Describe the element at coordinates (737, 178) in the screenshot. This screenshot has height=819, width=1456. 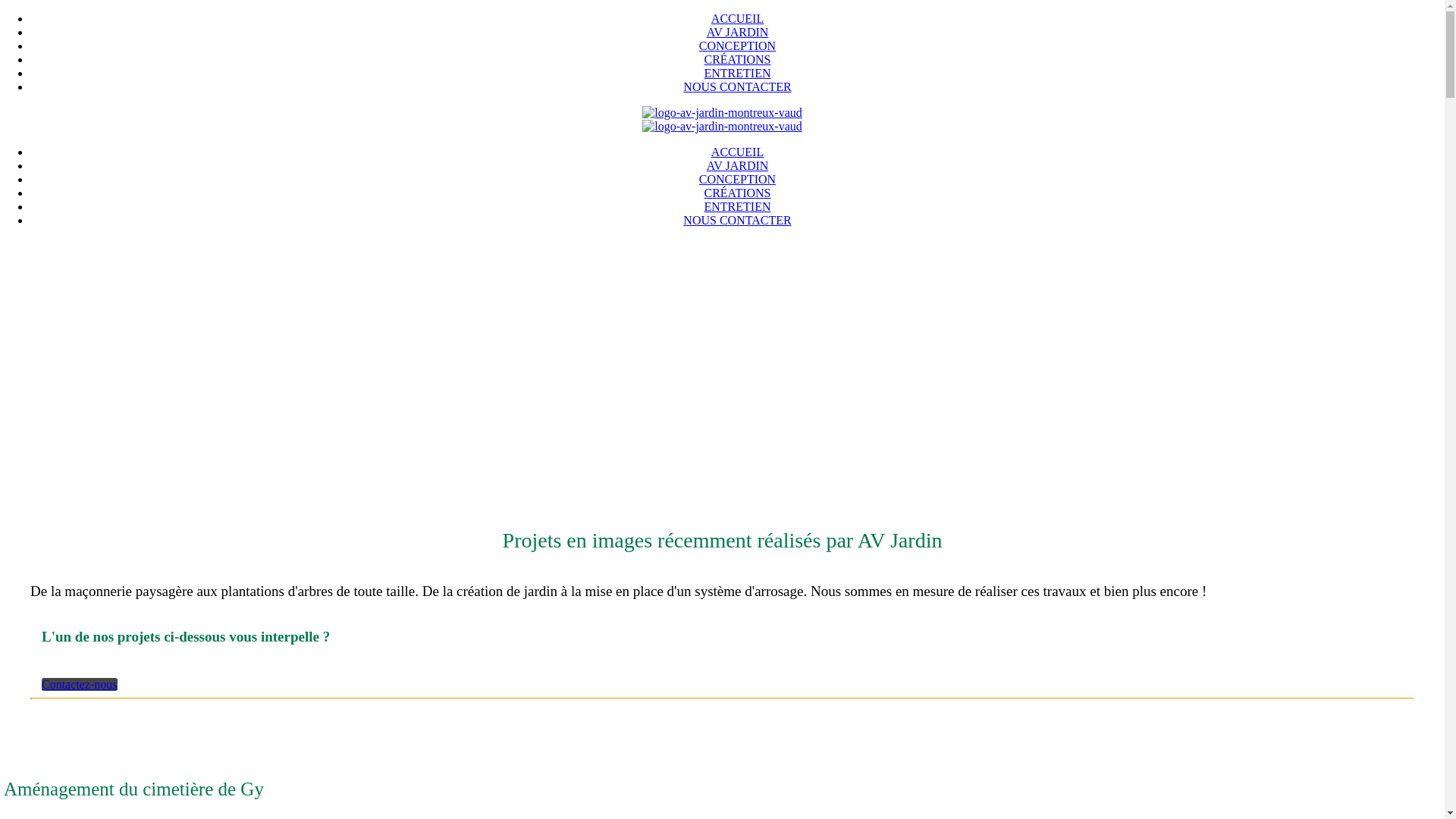
I see `'CONCEPTION'` at that location.